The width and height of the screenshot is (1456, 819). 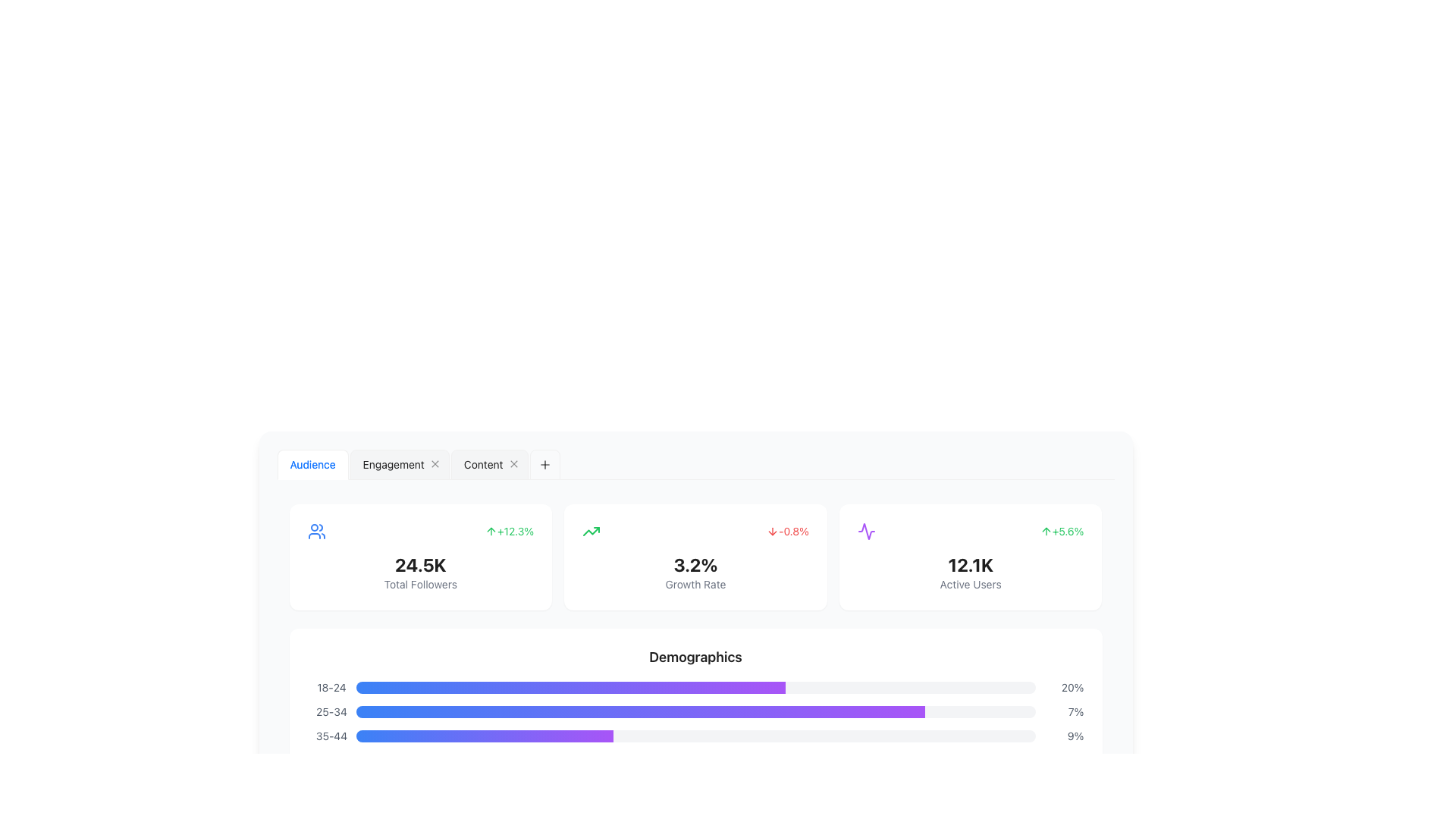 I want to click on the visual change of the downward-facing arrow icon located to the left of the red text '-0.8%' in the central card of the dashboard interface, so click(x=773, y=531).